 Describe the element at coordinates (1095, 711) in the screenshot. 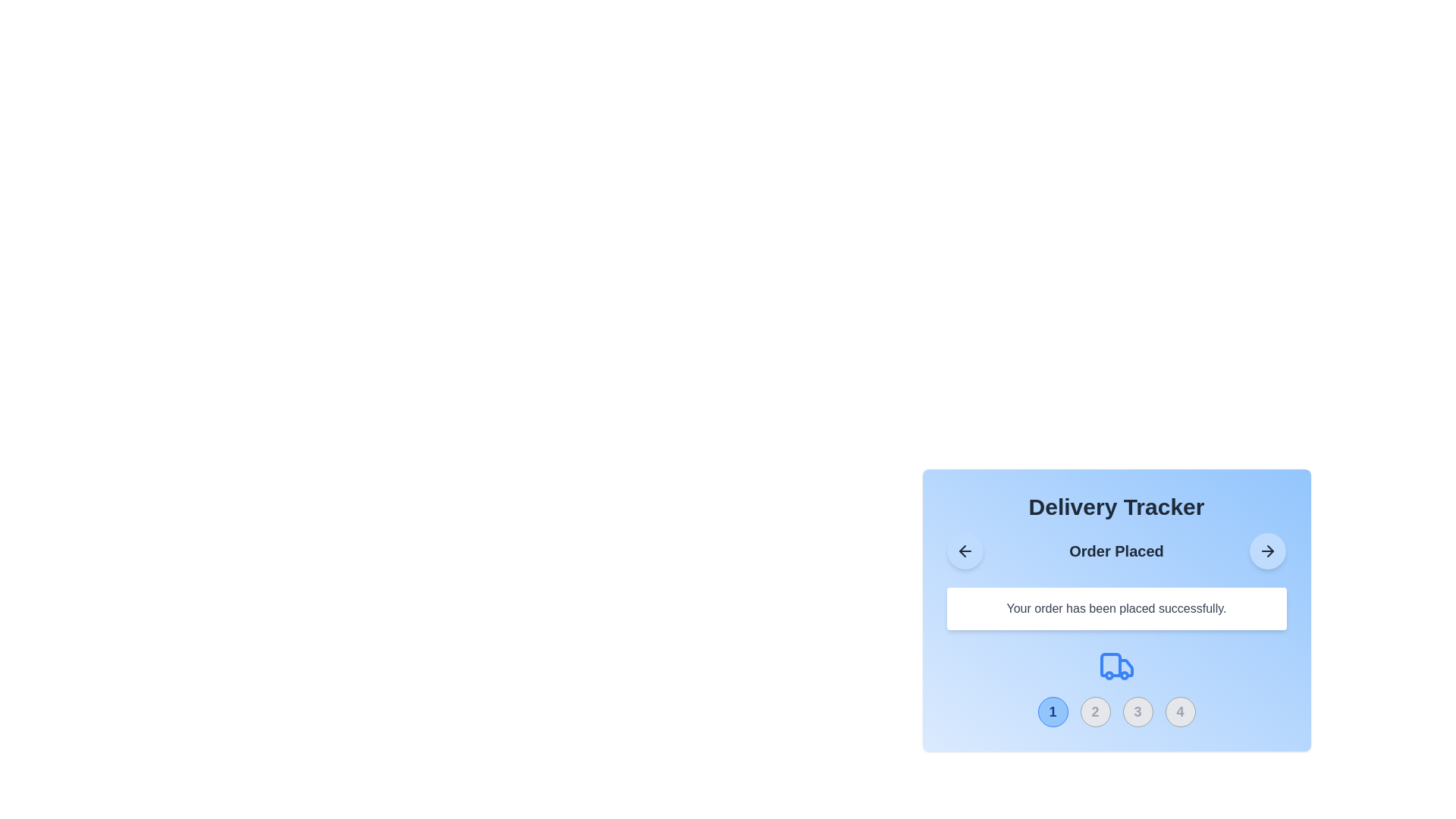

I see `the second button in the horizontal arrangement of four buttons, which indicates step '2' in the progress tracker` at that location.